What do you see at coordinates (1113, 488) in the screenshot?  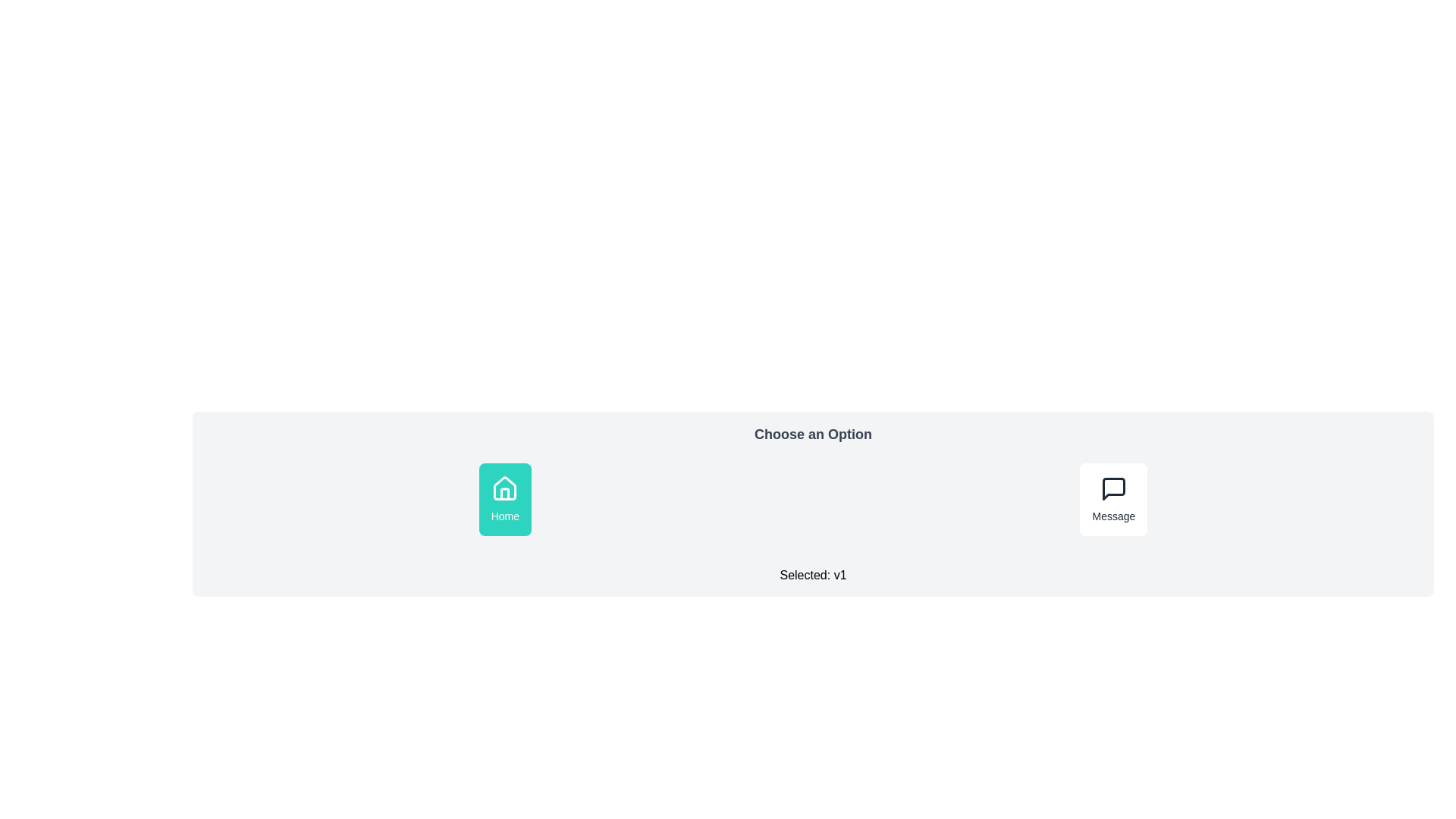 I see `the speech bubble icon located at the top center of the 'Message' tile, which has a thin black outline and is visually distinct within the interface layout` at bounding box center [1113, 488].